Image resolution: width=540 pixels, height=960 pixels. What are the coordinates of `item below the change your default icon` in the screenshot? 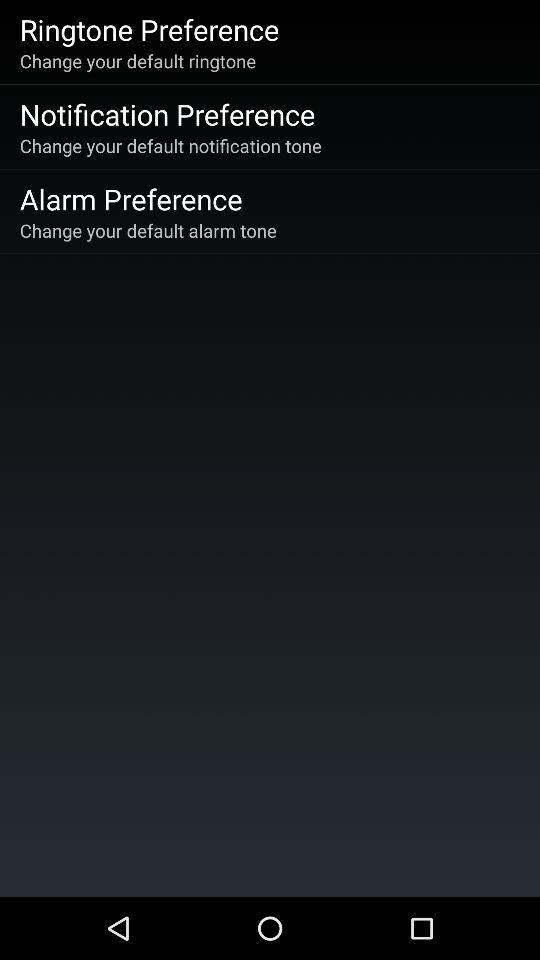 It's located at (131, 198).